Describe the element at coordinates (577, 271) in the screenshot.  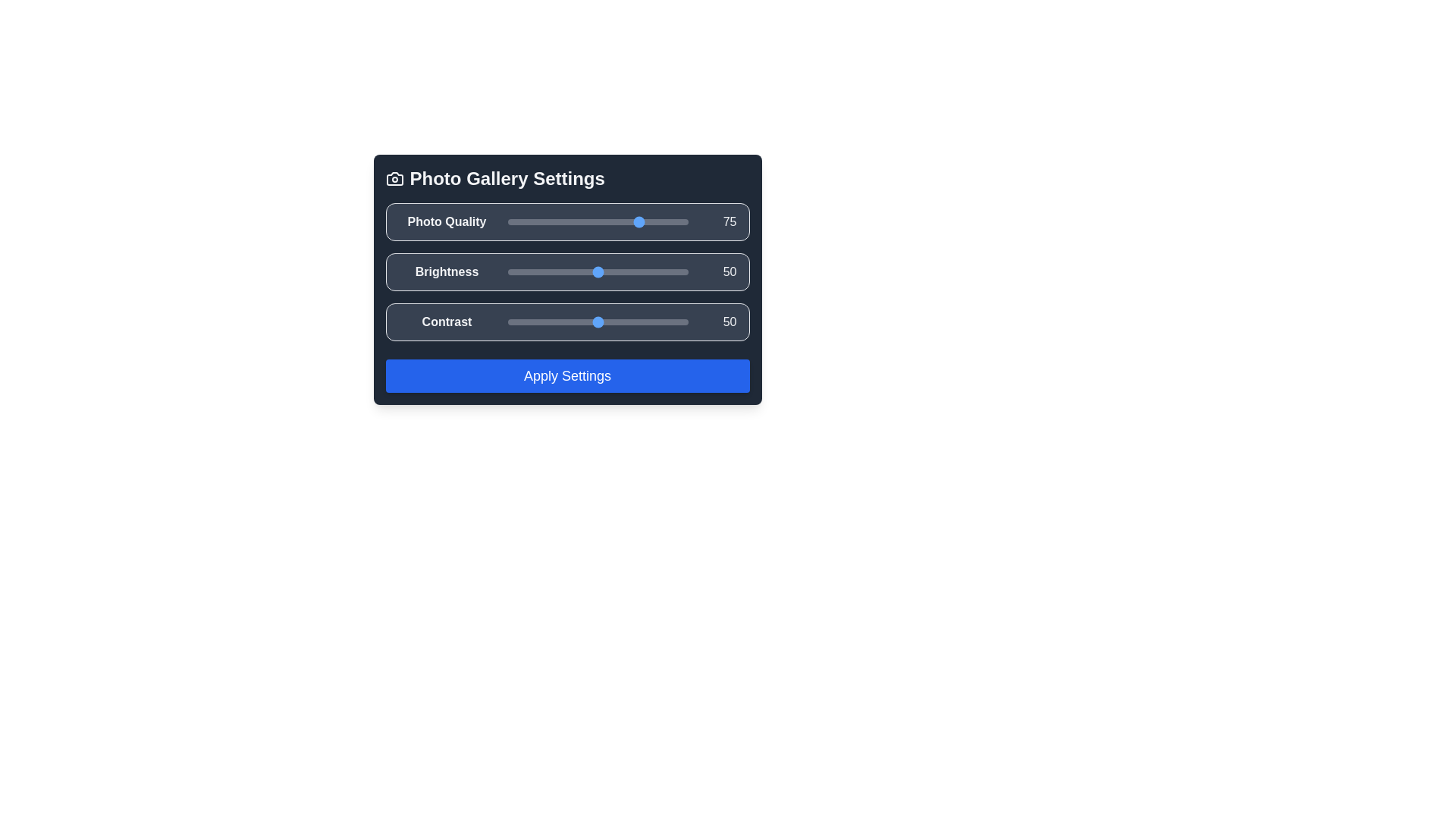
I see `the brightness` at that location.